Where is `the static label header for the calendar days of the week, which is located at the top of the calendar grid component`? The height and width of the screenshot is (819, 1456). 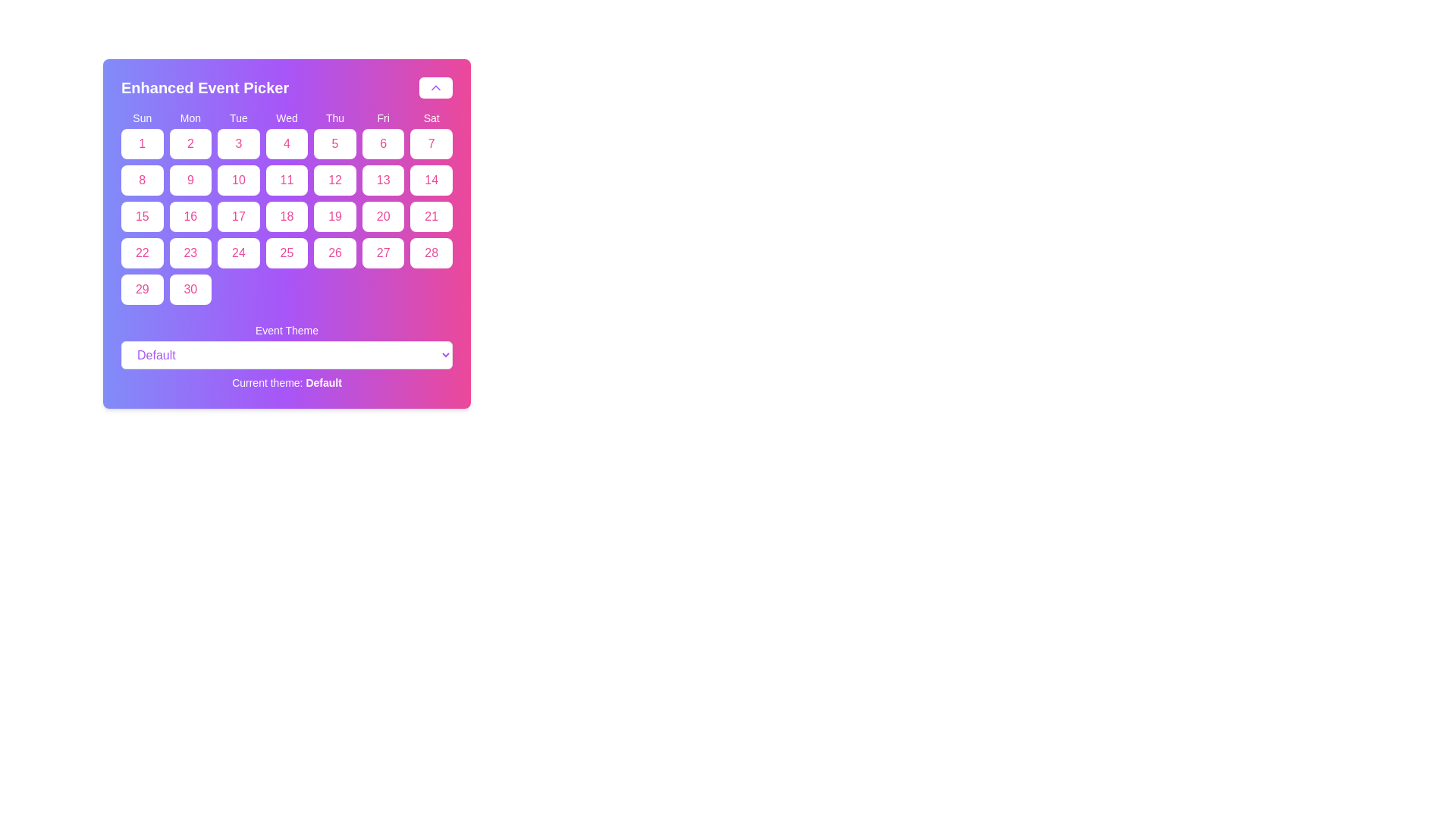
the static label header for the calendar days of the week, which is located at the top of the calendar grid component is located at coordinates (287, 117).